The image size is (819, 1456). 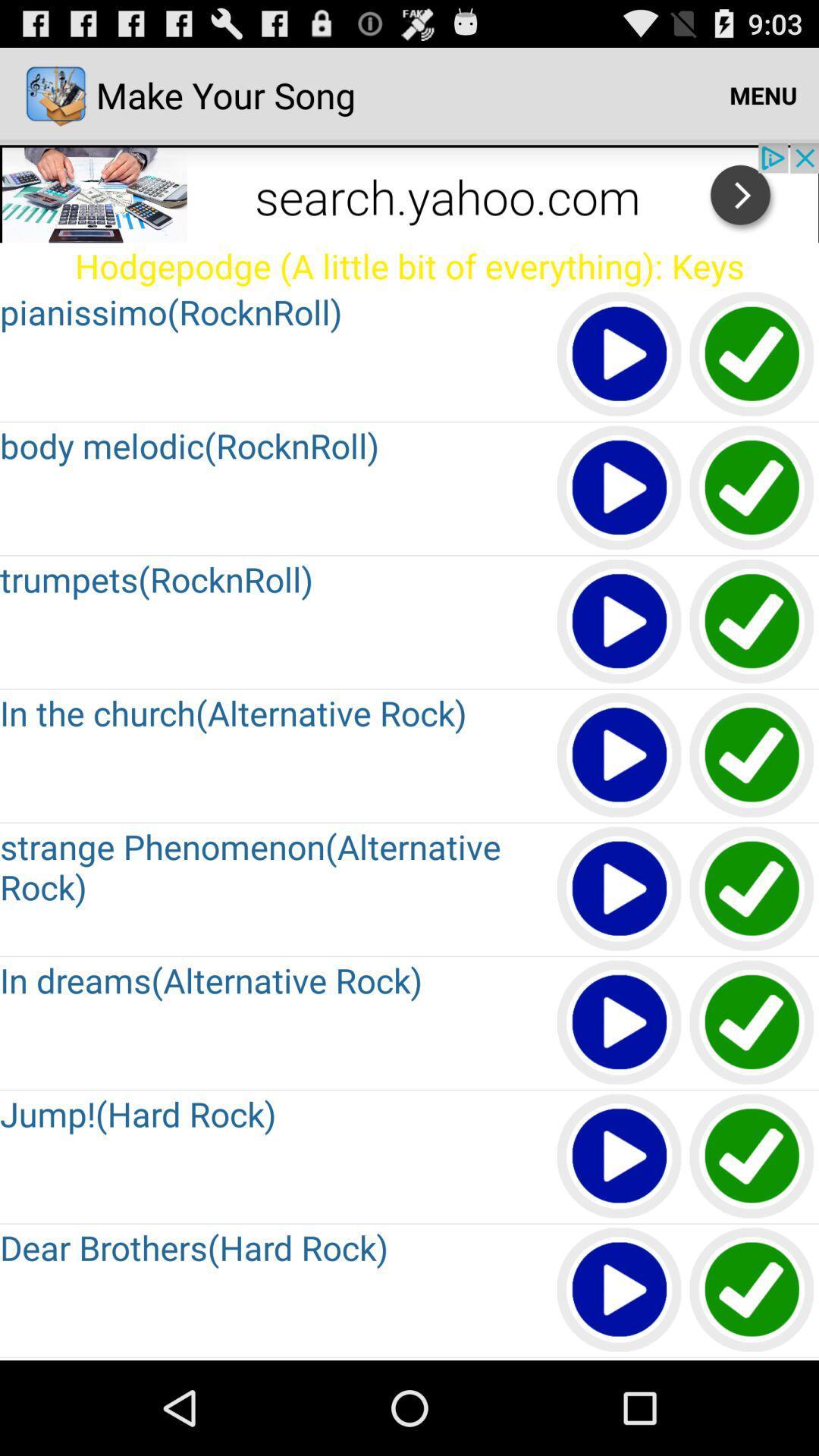 What do you see at coordinates (752, 756) in the screenshot?
I see `ride pega` at bounding box center [752, 756].